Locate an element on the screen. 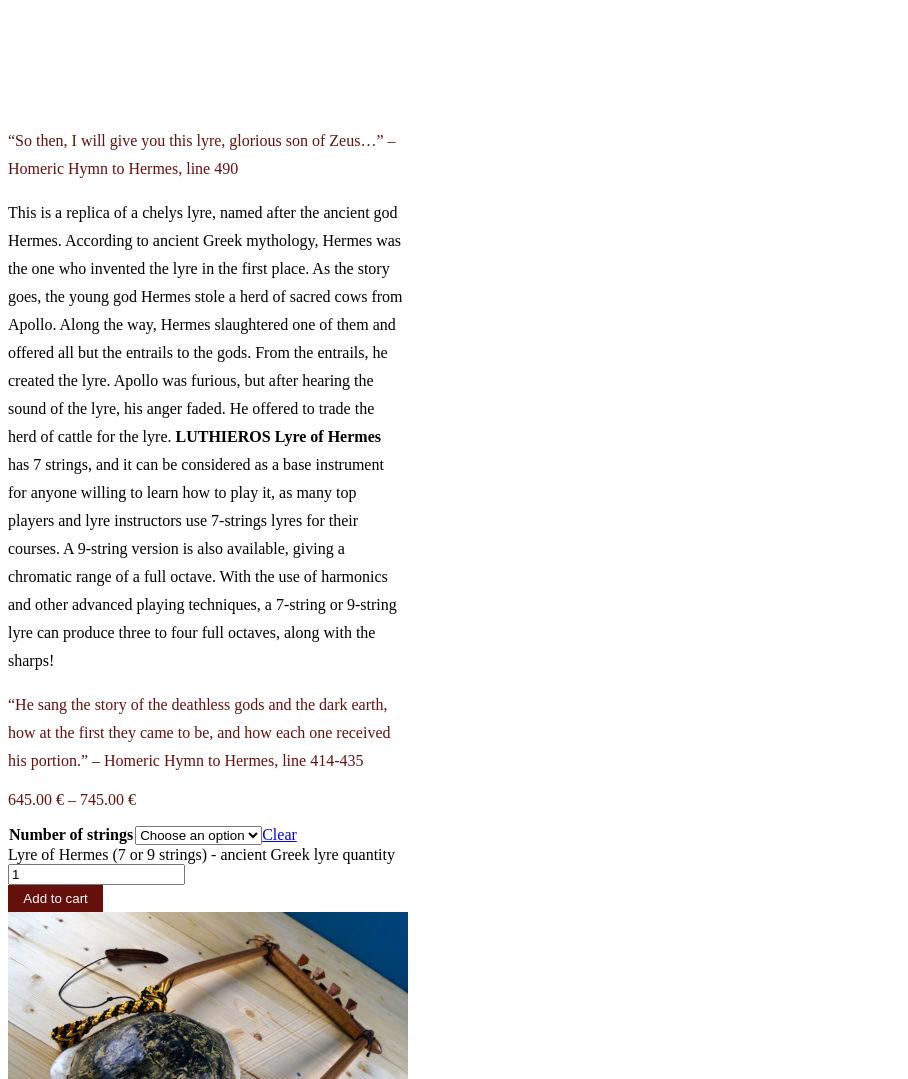 The image size is (908, 1079). '745.00' is located at coordinates (102, 797).